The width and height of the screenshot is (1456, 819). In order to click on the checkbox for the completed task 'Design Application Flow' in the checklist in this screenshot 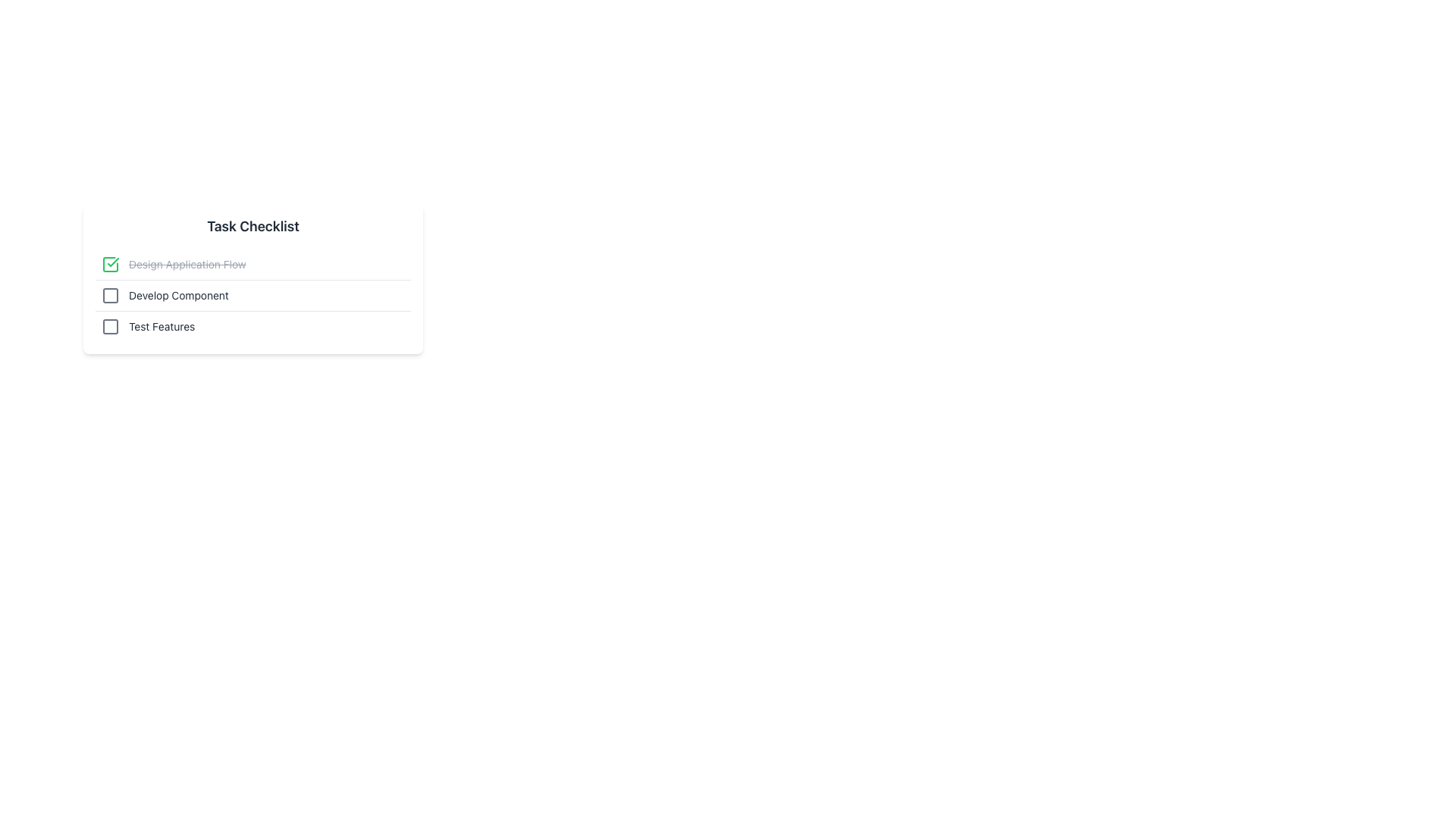, I will do `click(253, 263)`.